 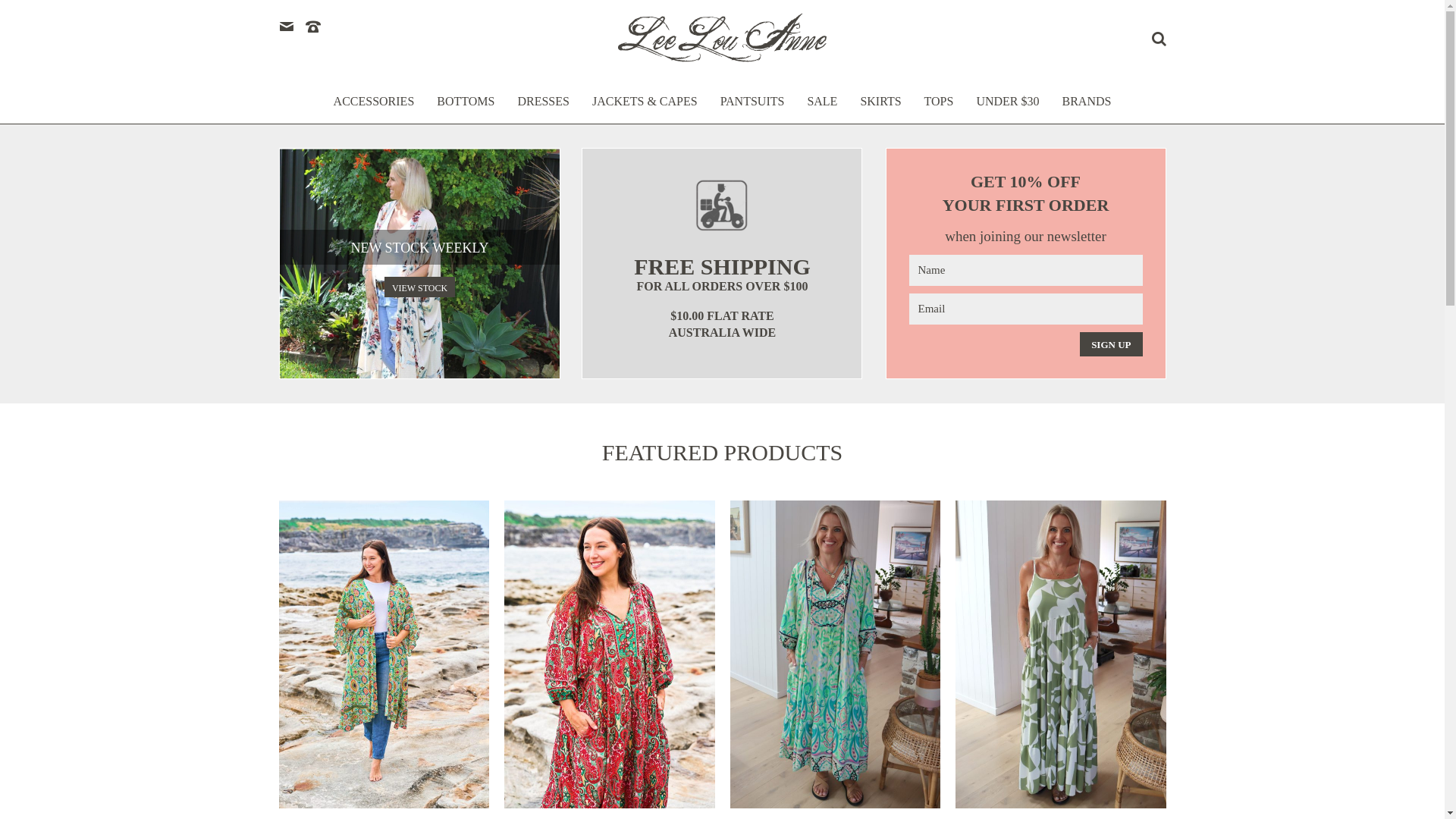 What do you see at coordinates (1086, 108) in the screenshot?
I see `'BRANDS'` at bounding box center [1086, 108].